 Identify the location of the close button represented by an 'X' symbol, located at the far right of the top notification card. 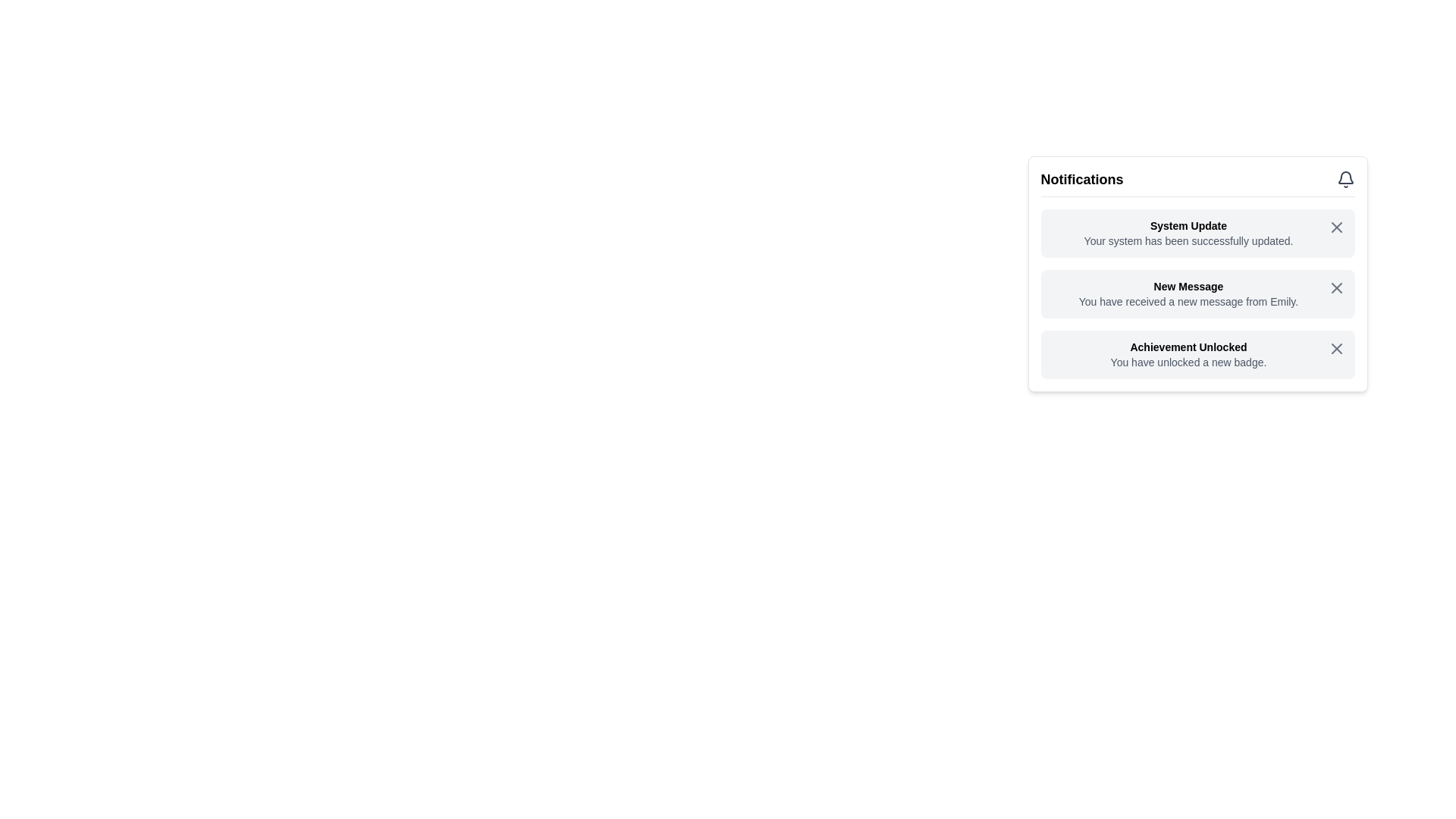
(1336, 227).